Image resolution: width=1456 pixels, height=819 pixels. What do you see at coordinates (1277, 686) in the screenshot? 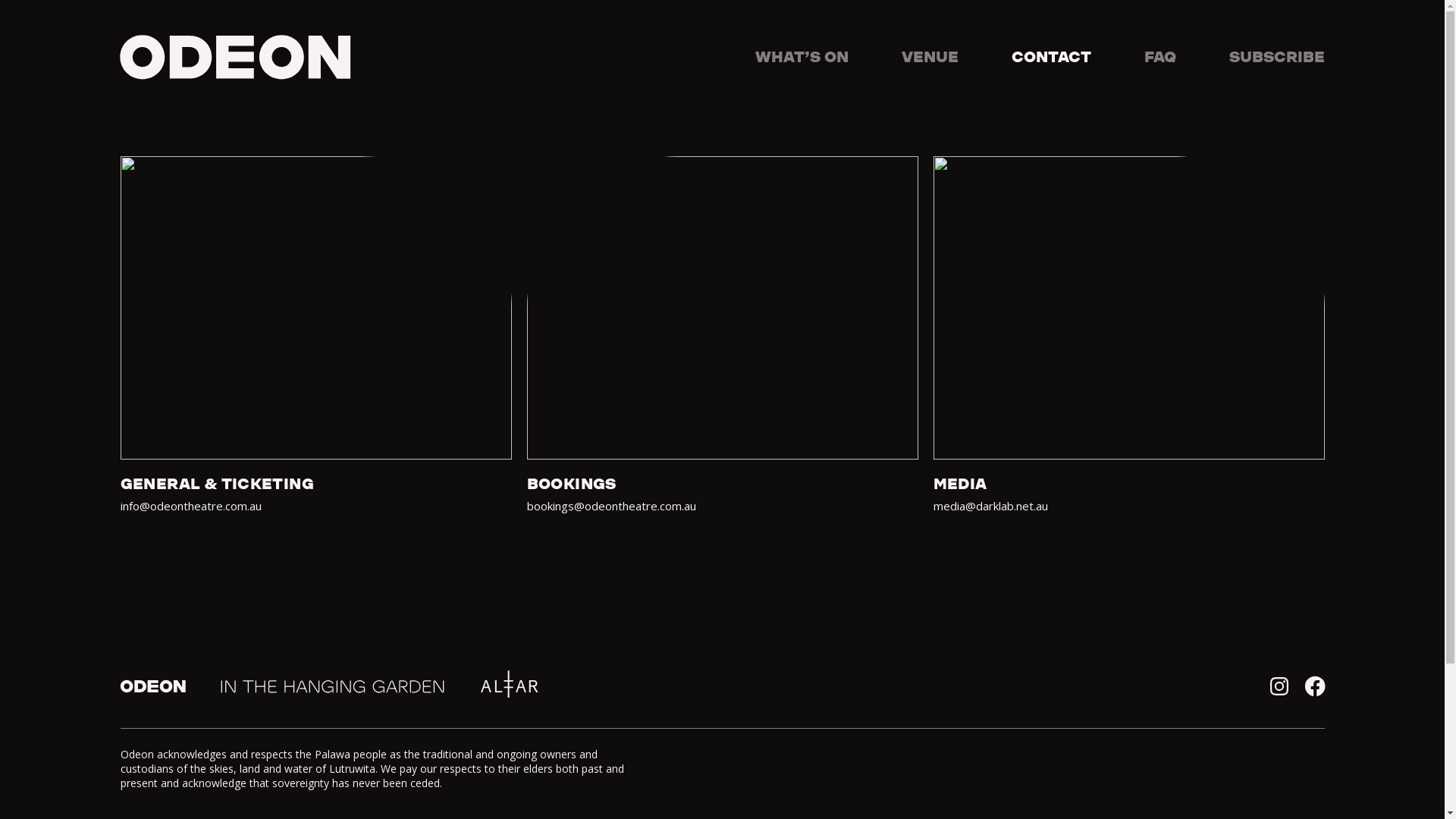
I see `'Instagram'` at bounding box center [1277, 686].